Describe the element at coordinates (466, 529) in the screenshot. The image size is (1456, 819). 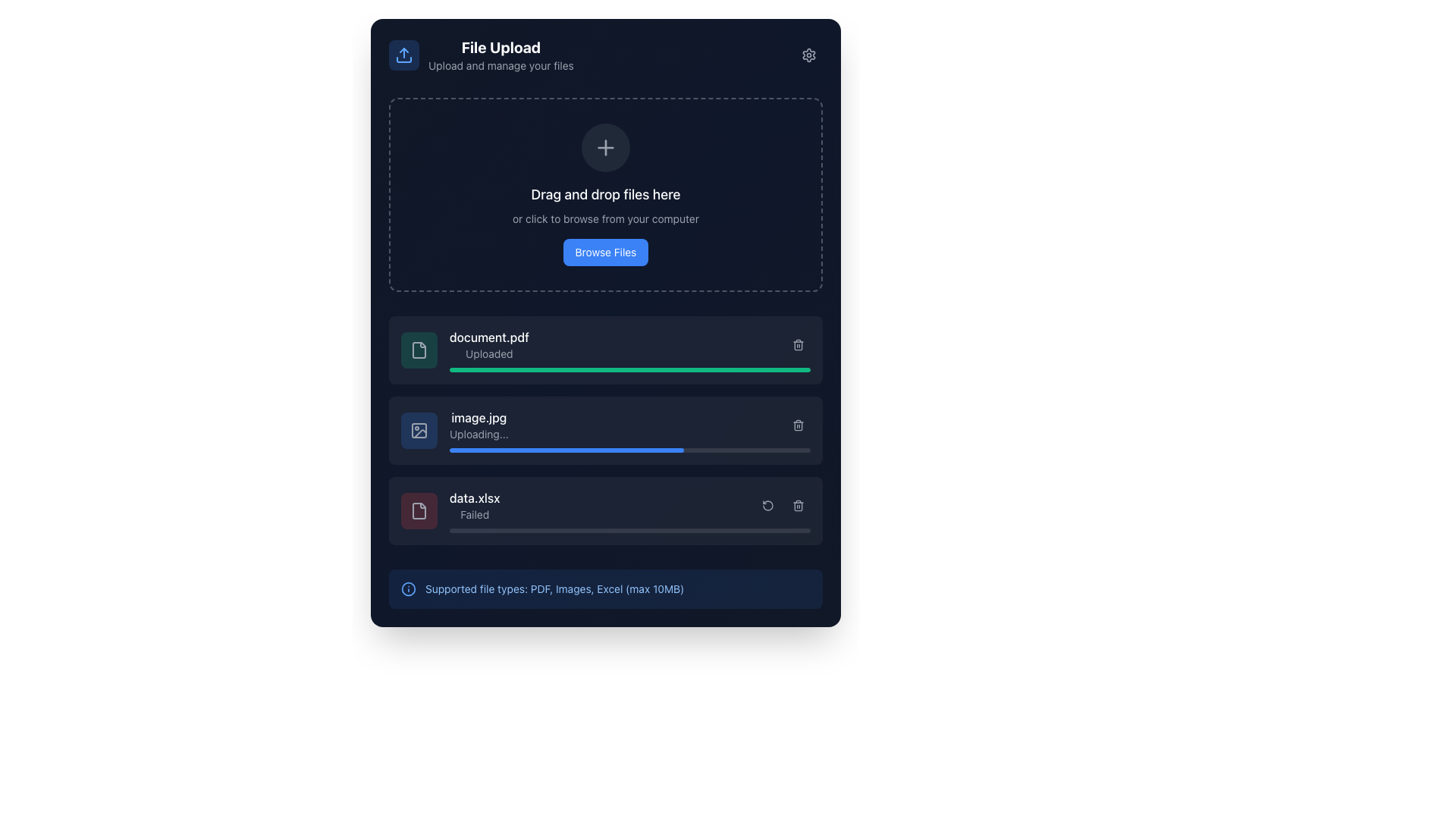
I see `the progress` at that location.